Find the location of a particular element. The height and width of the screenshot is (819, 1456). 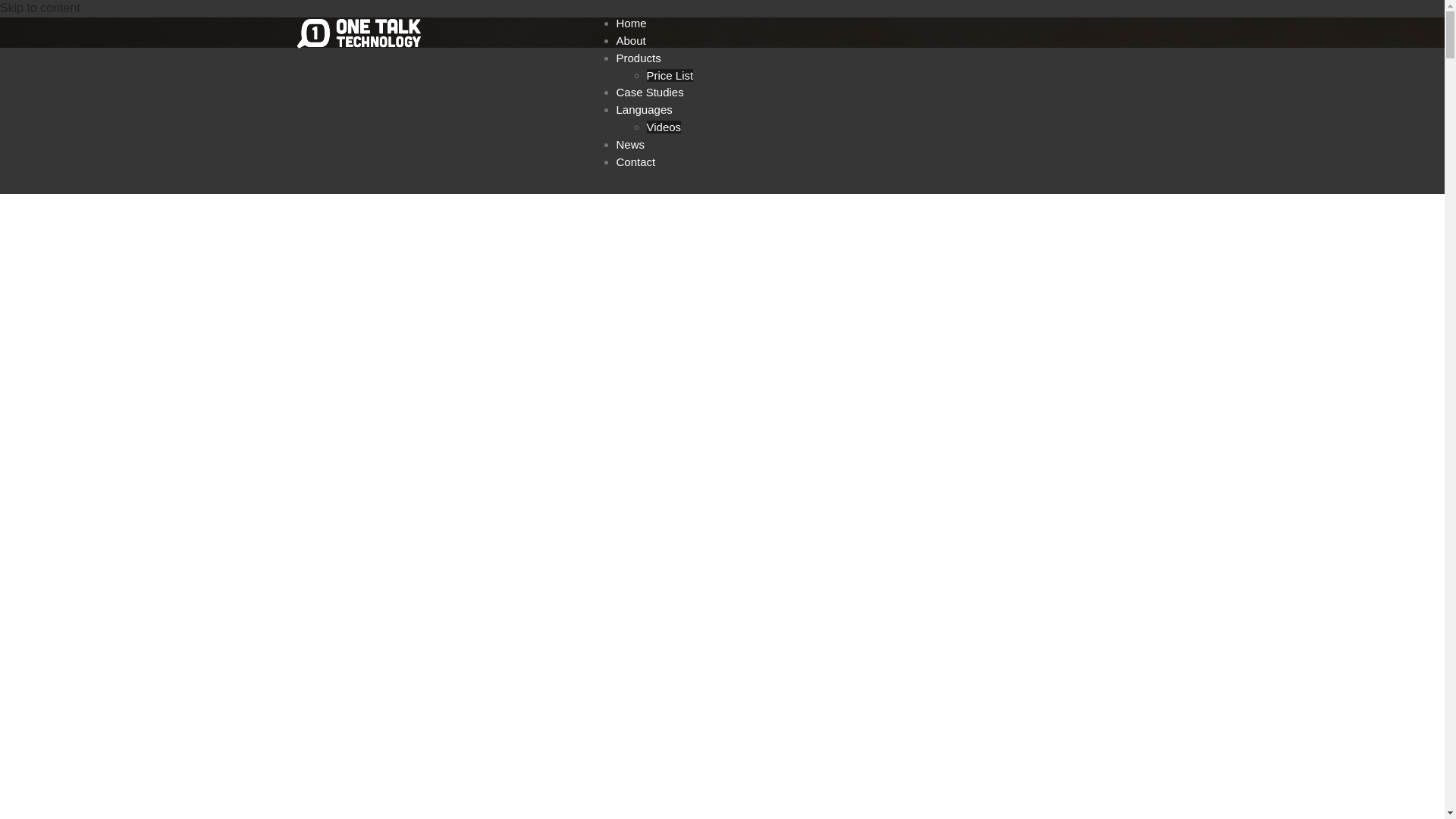

'News' is located at coordinates (615, 144).